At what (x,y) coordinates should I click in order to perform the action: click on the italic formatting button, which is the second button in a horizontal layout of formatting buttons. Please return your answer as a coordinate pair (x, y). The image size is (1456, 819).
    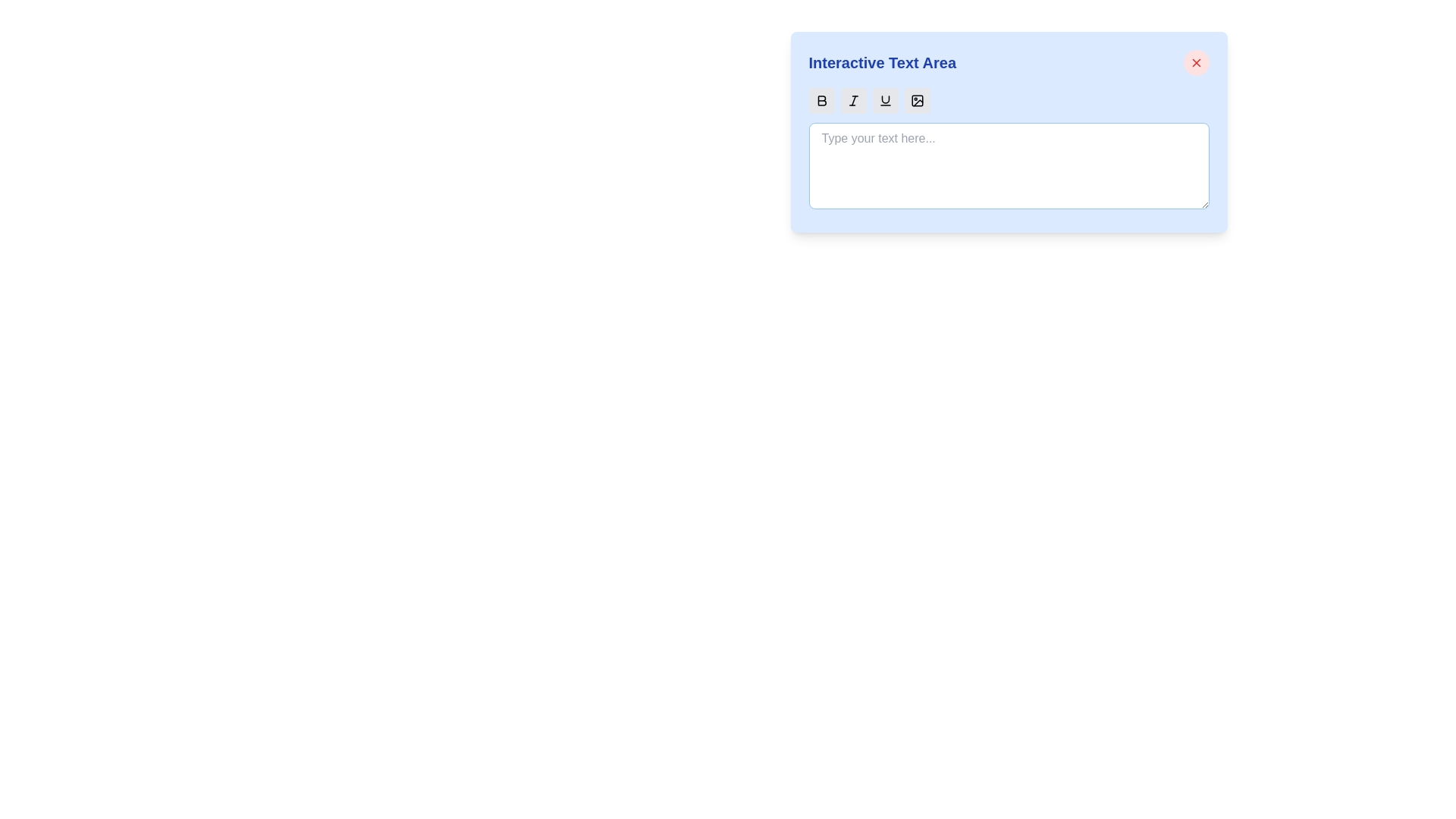
    Looking at the image, I should click on (853, 100).